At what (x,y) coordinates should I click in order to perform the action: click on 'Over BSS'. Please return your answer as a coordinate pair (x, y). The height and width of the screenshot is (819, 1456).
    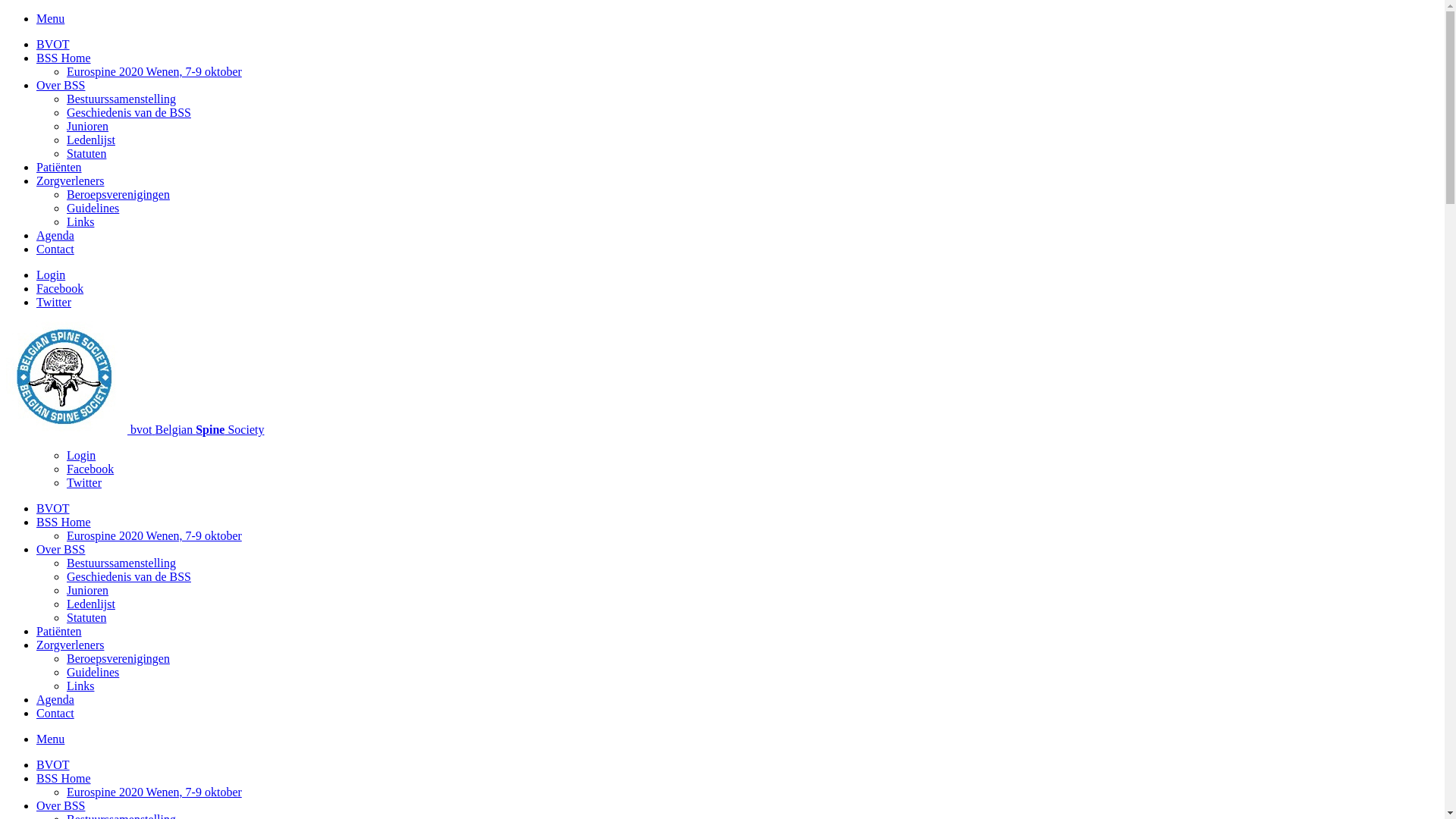
    Looking at the image, I should click on (61, 805).